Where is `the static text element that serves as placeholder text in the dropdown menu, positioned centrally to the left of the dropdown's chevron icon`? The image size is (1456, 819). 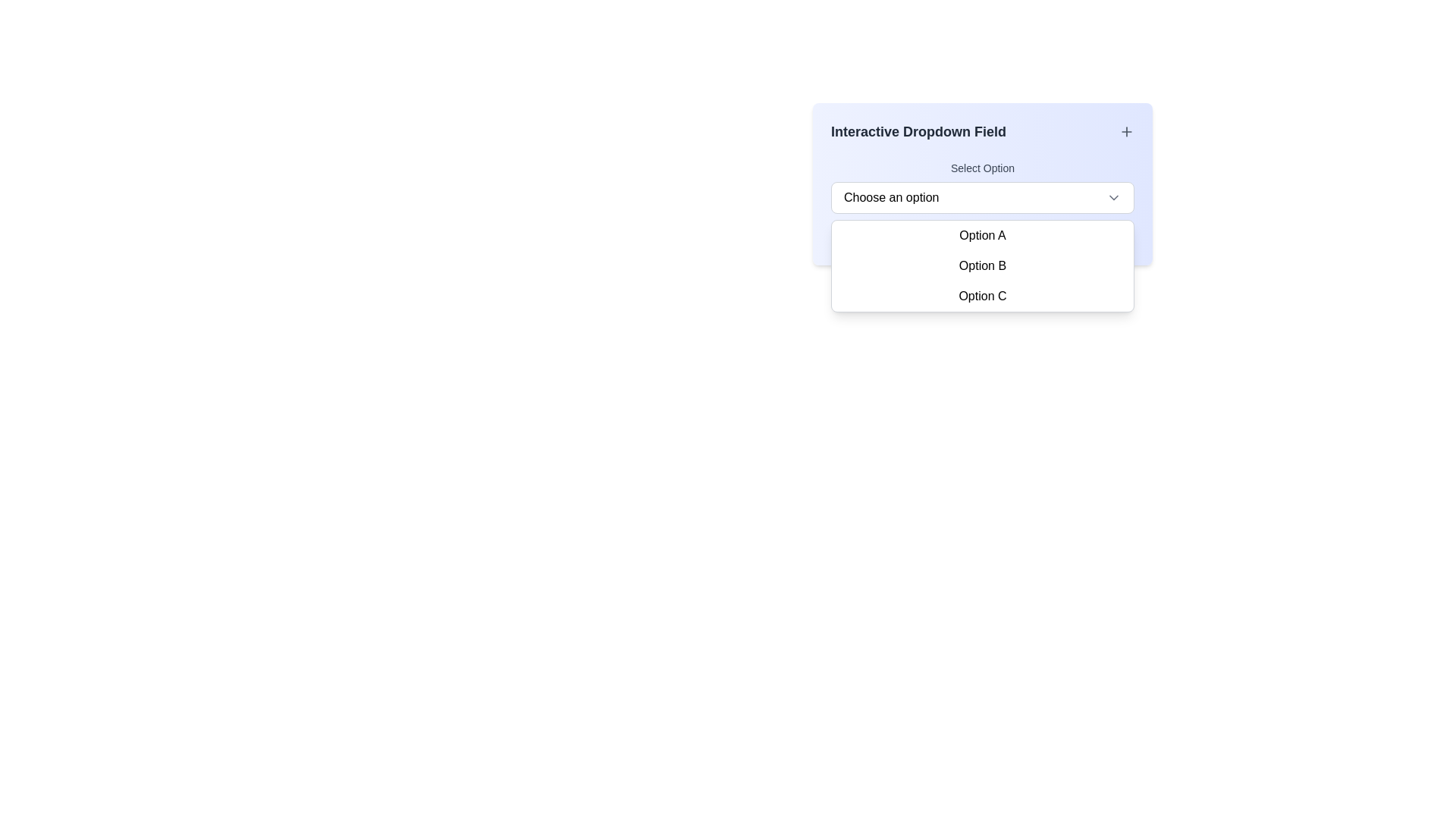 the static text element that serves as placeholder text in the dropdown menu, positioned centrally to the left of the dropdown's chevron icon is located at coordinates (891, 197).